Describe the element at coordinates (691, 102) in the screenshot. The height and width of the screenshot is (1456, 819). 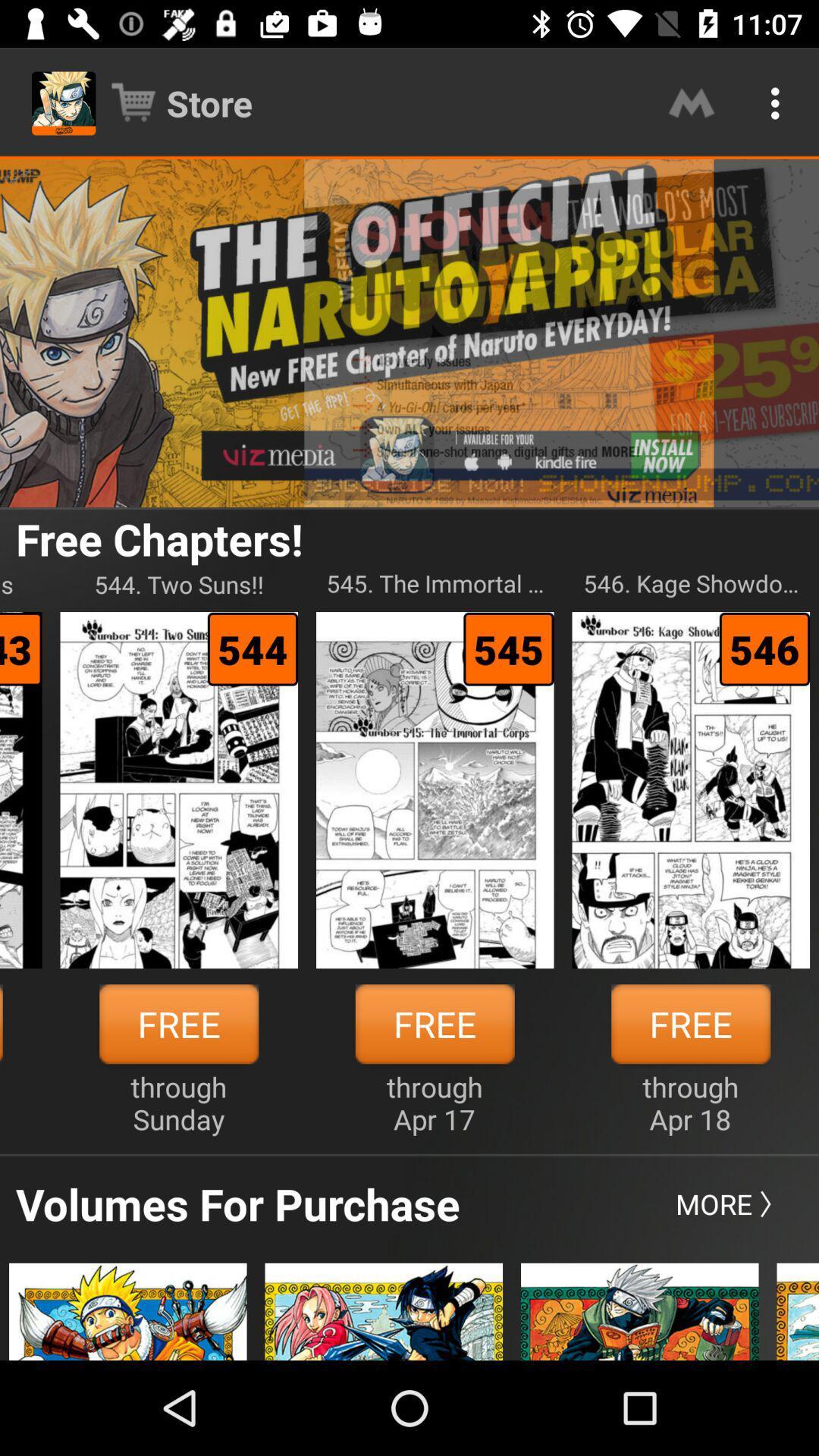
I see `icon next to  store icon` at that location.